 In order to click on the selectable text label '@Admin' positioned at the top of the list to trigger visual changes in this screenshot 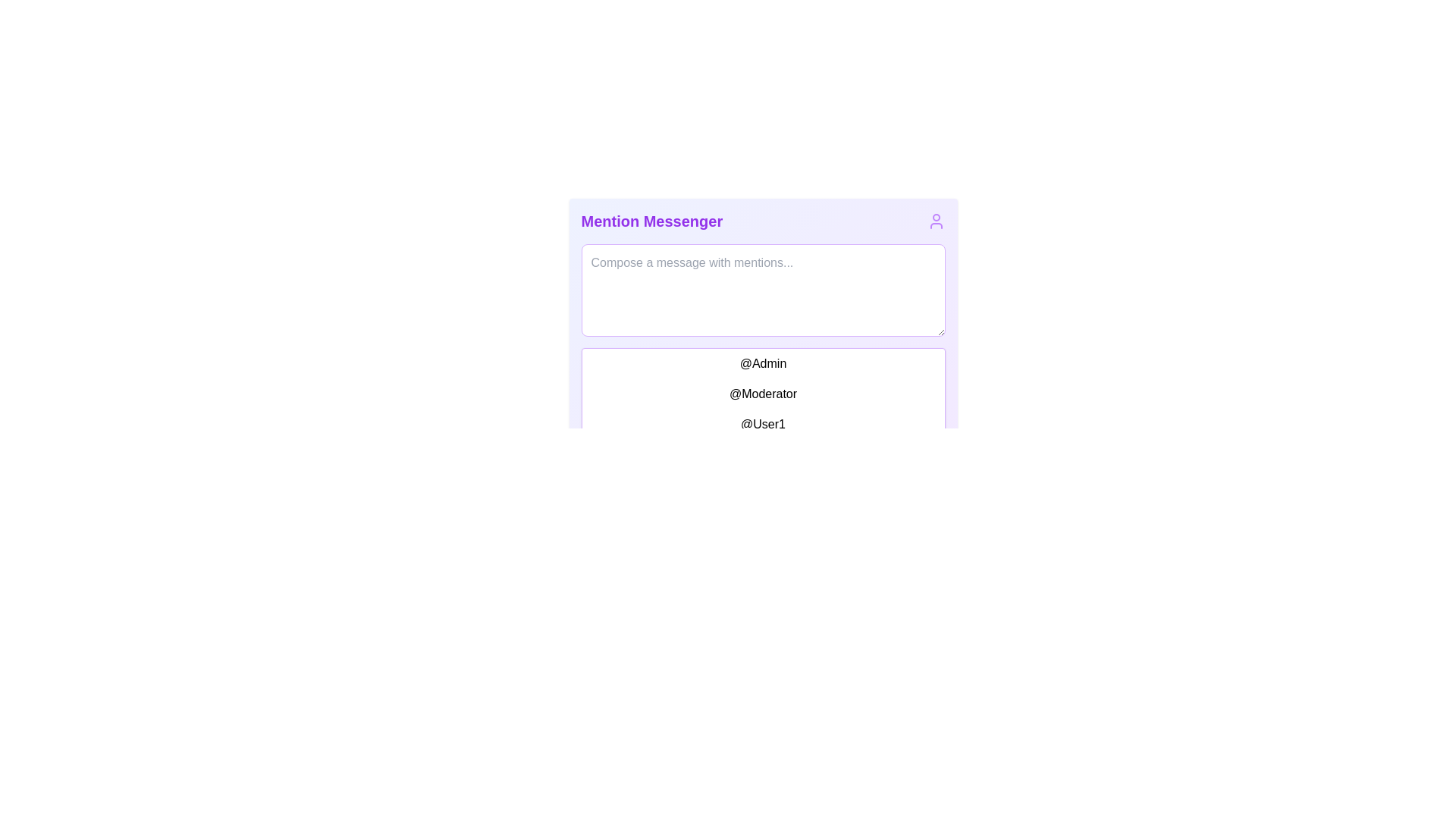, I will do `click(763, 363)`.